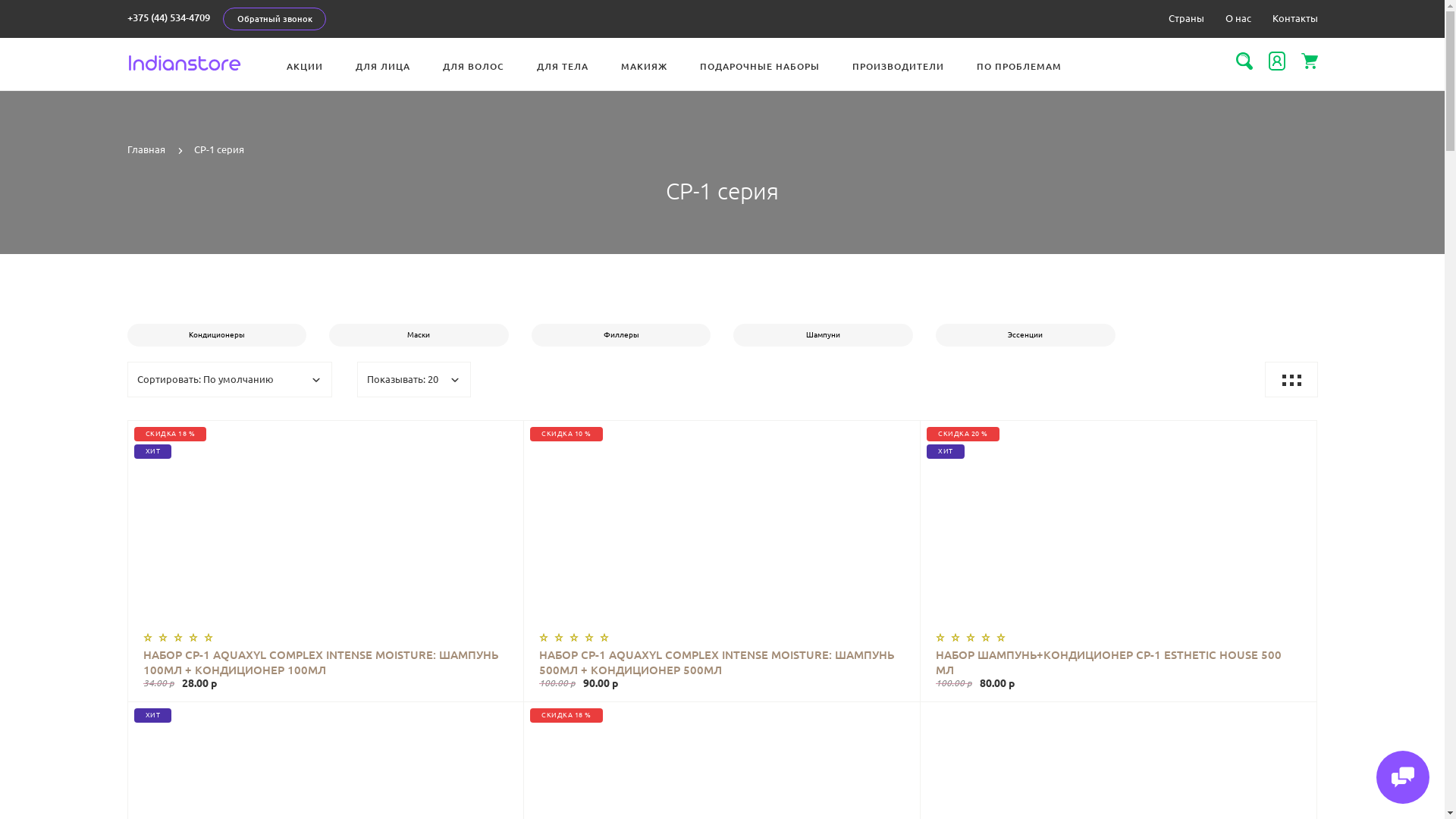 This screenshot has width=1456, height=819. I want to click on '+375 (44) 534-4709', so click(127, 17).